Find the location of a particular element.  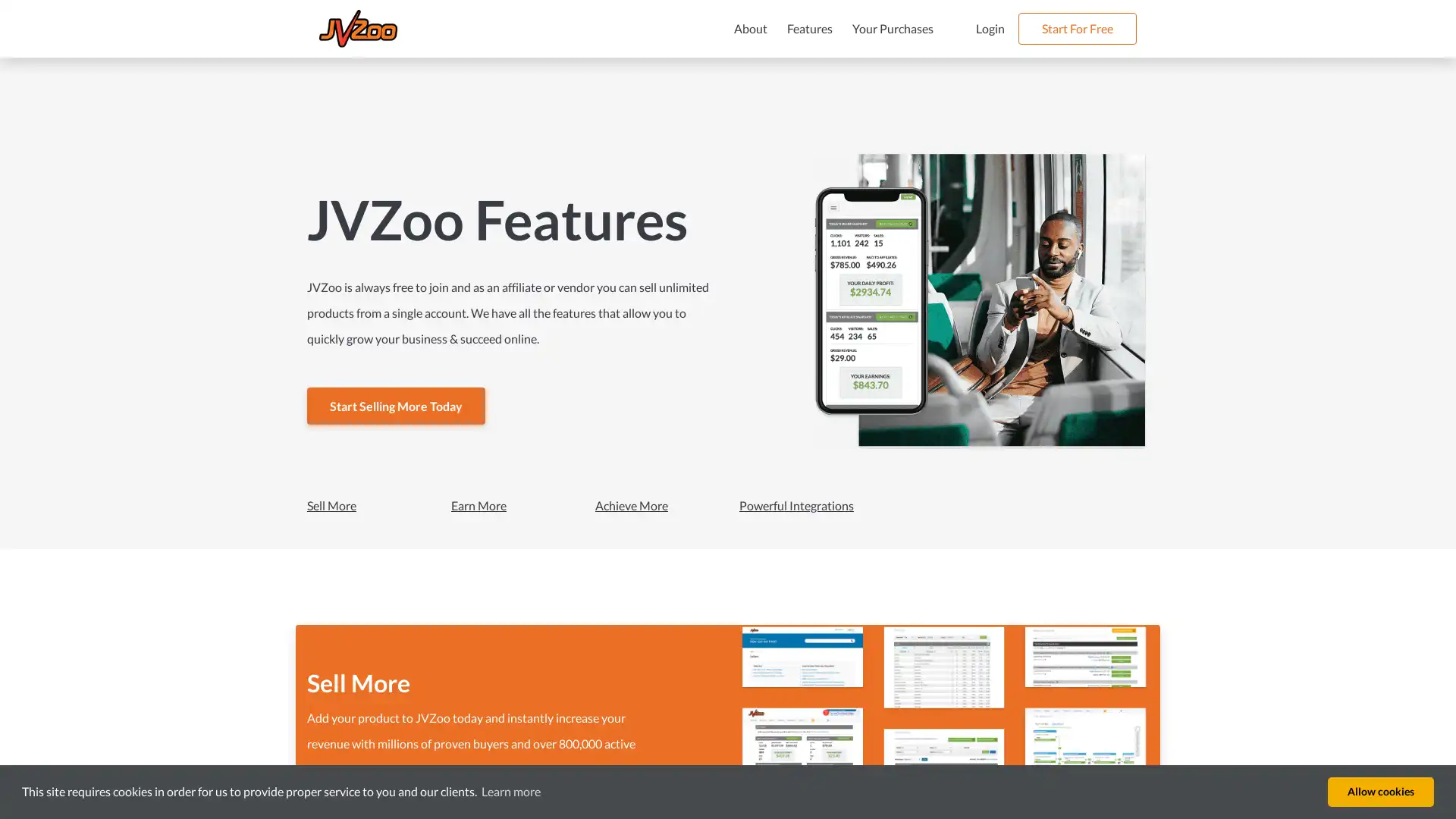

learn more about cookies is located at coordinates (510, 791).